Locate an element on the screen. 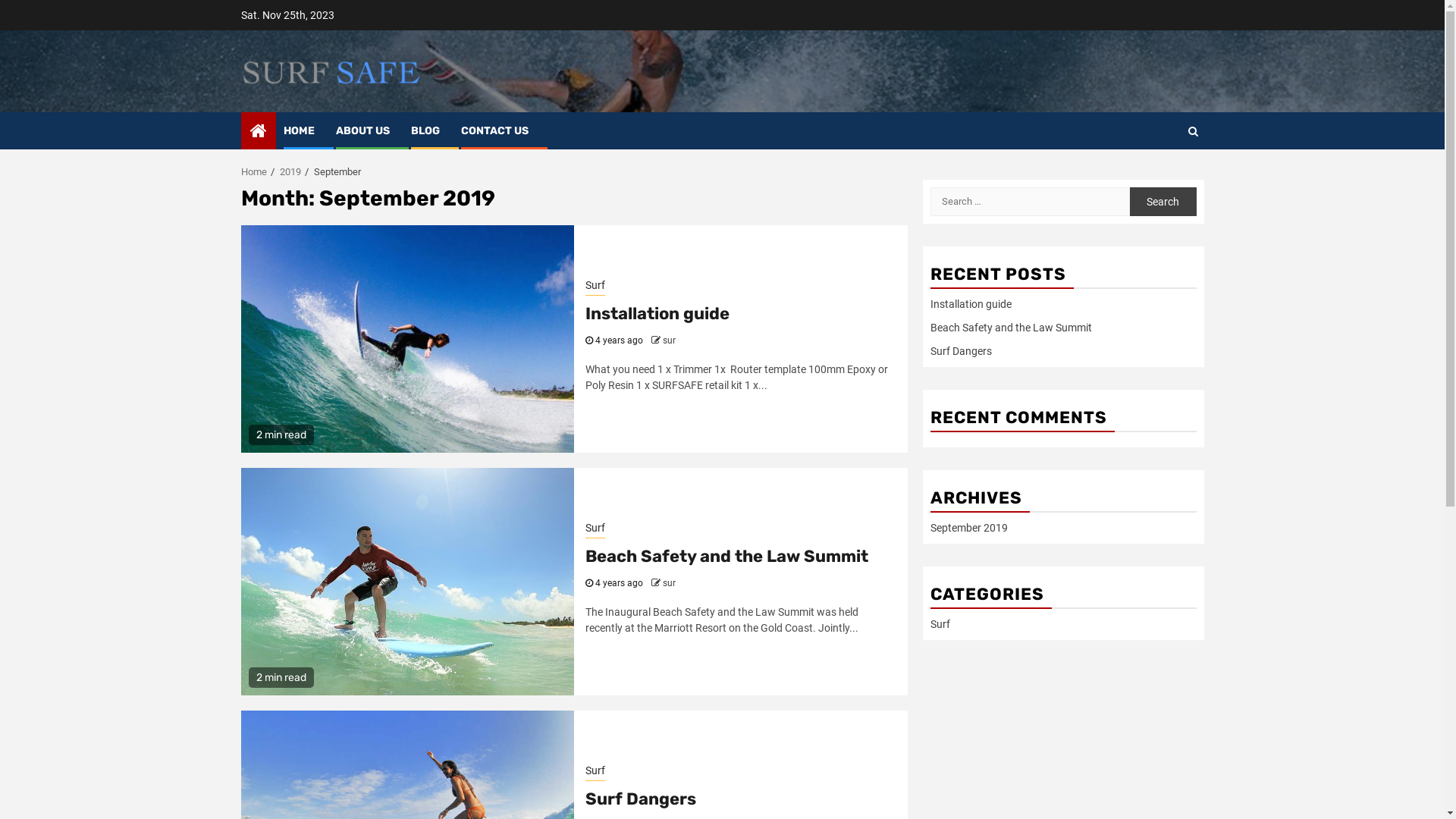 Image resolution: width=1456 pixels, height=819 pixels. 'Beach Safety and the Law Summit' is located at coordinates (1010, 327).